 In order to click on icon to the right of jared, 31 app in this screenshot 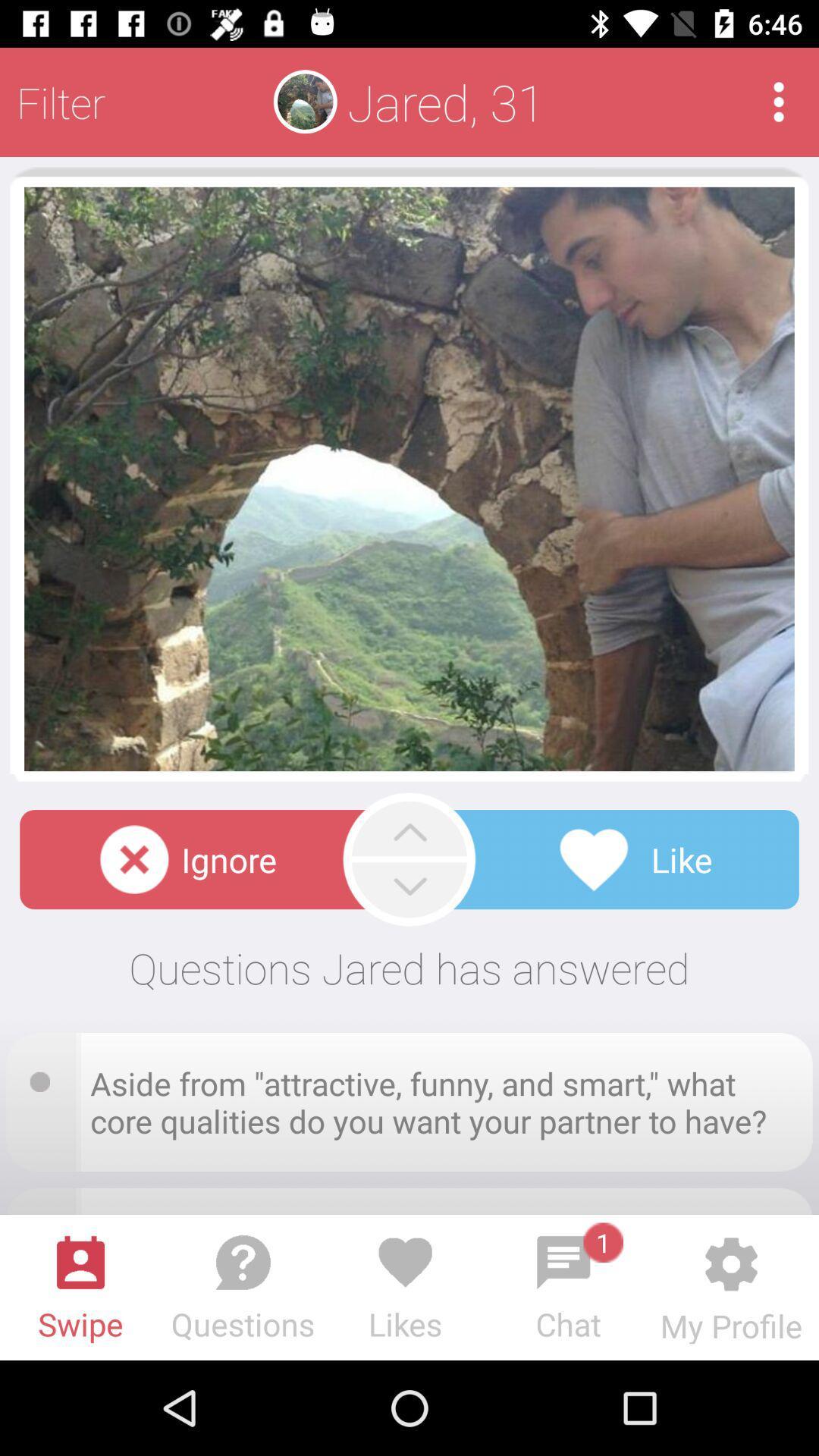, I will do `click(779, 101)`.